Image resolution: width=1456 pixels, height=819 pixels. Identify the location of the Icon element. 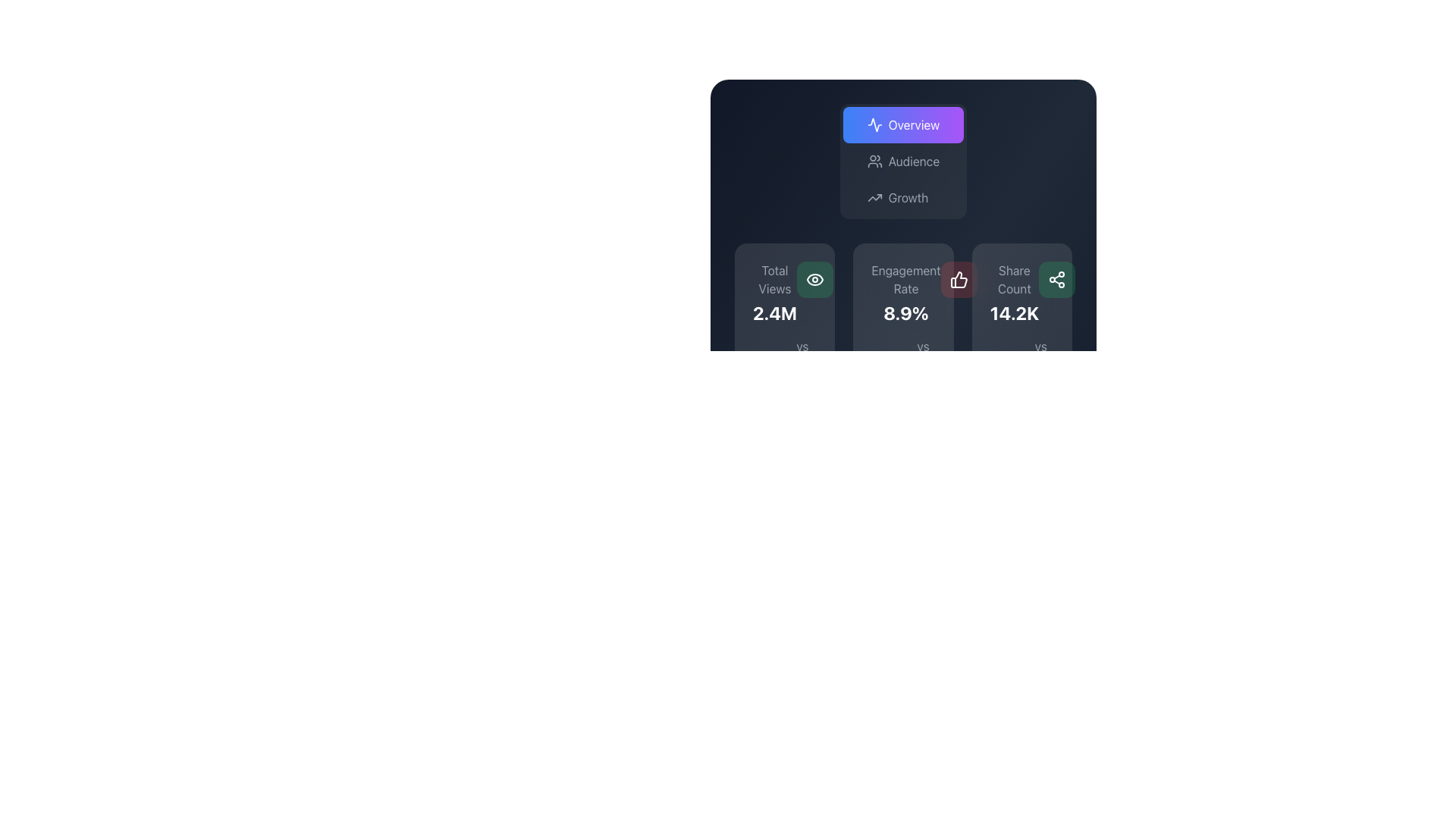
(874, 124).